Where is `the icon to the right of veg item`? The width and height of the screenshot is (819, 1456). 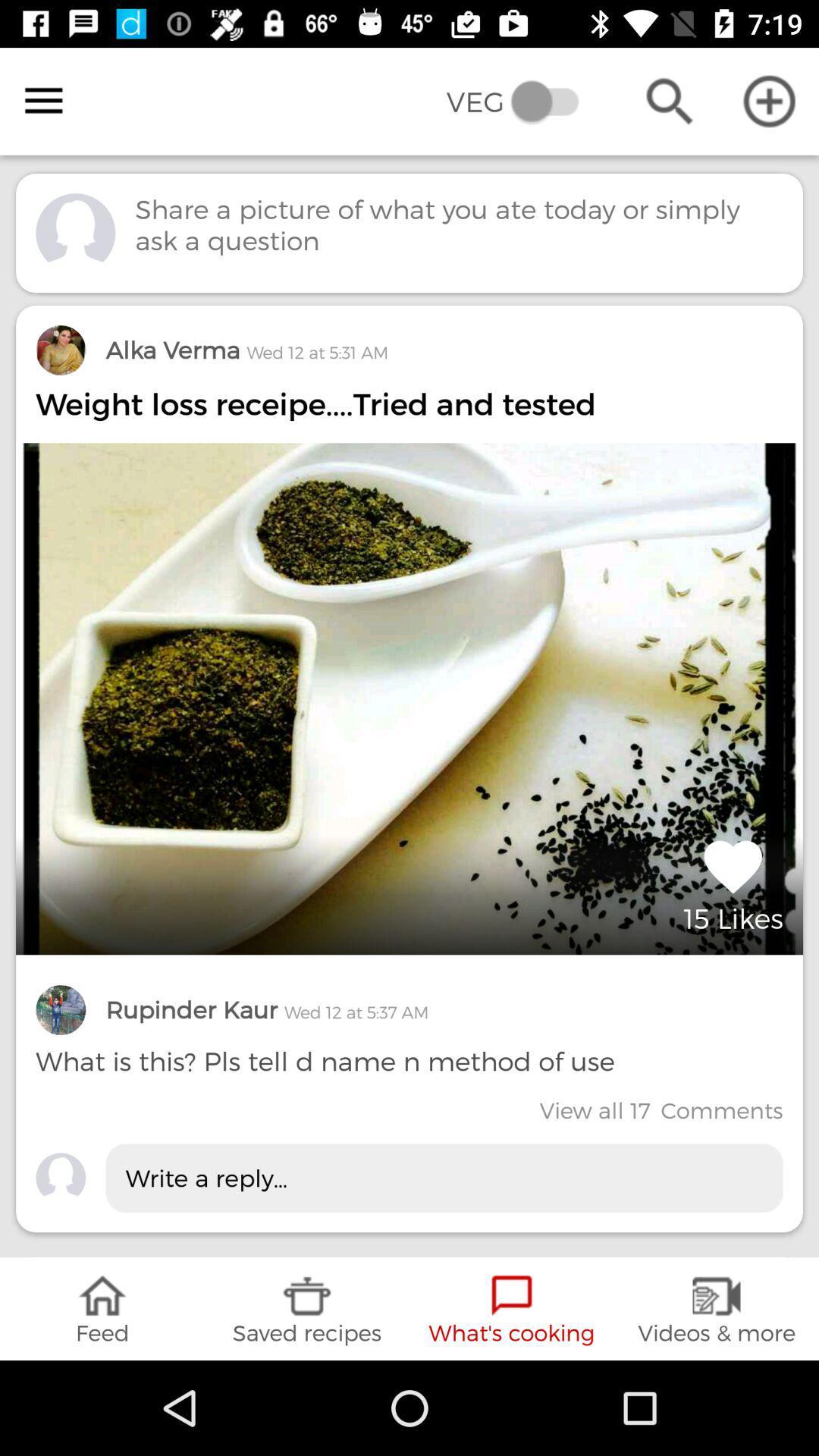
the icon to the right of veg item is located at coordinates (669, 100).